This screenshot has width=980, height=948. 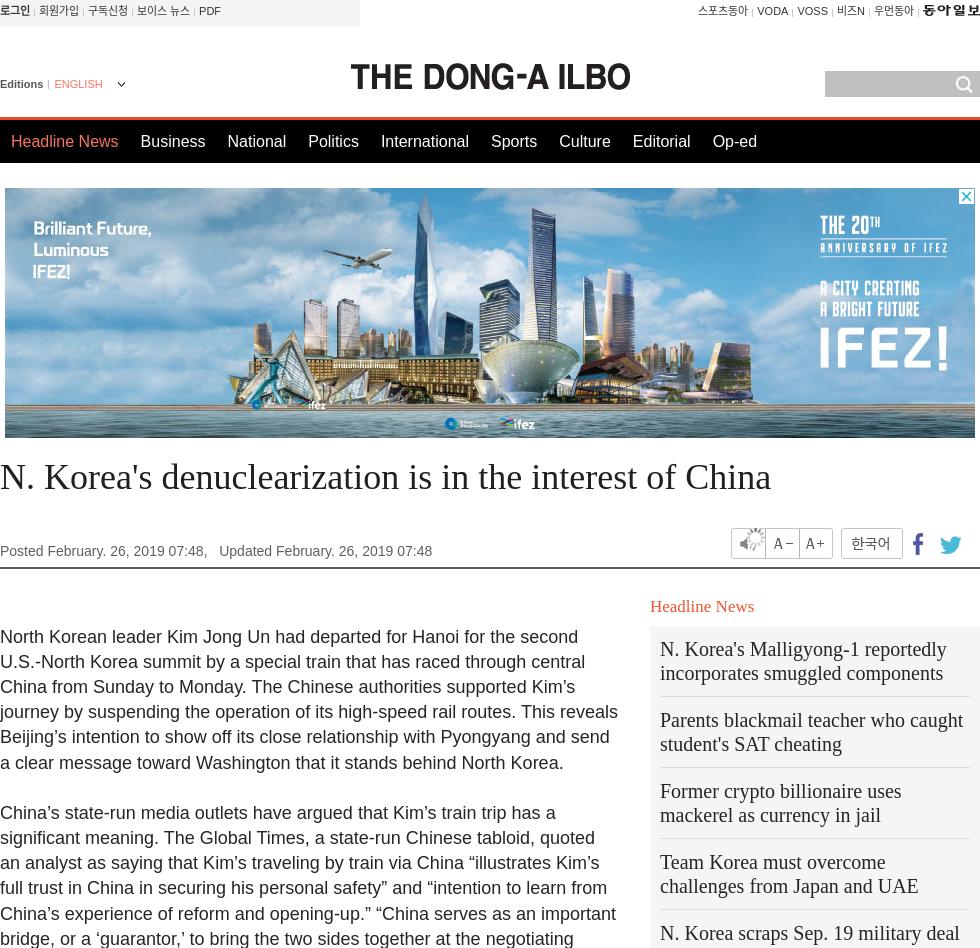 I want to click on 'Sports', so click(x=513, y=140).